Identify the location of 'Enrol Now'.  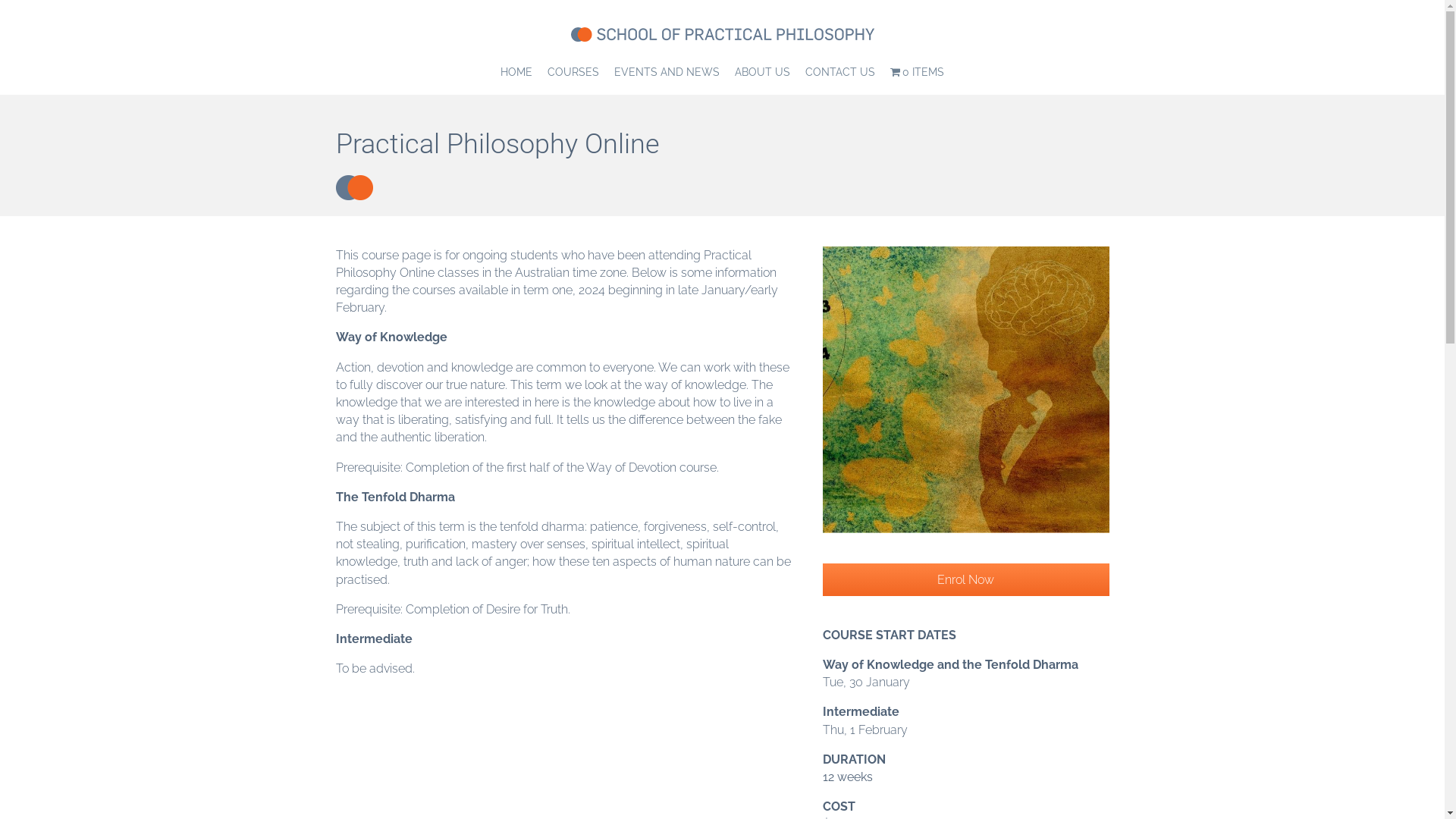
(965, 579).